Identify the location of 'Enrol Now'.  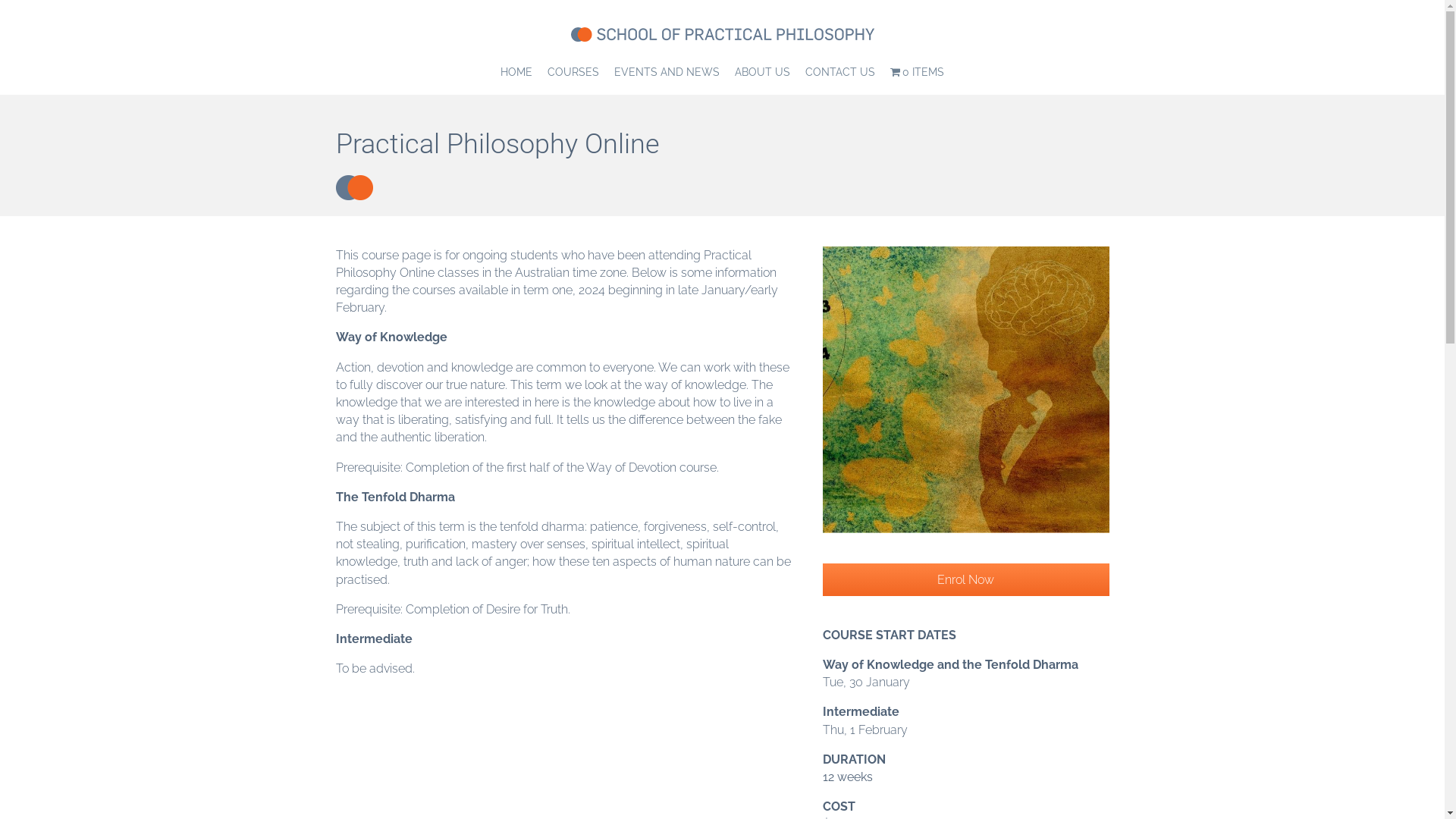
(965, 579).